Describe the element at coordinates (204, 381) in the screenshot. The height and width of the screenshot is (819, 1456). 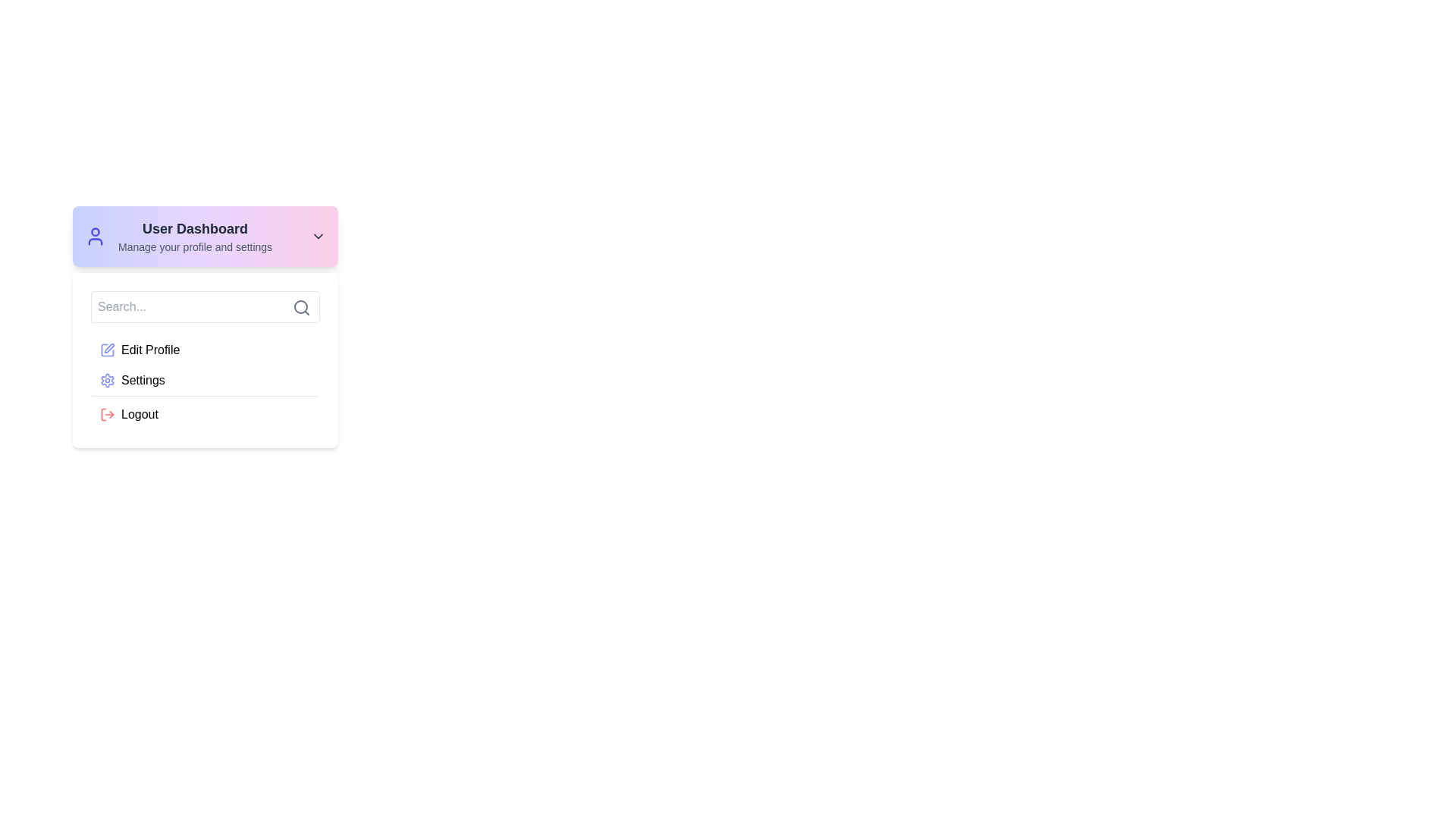
I see `the settings button located directly below the 'Edit Profile' item and above the 'Logout' item in the menu` at that location.